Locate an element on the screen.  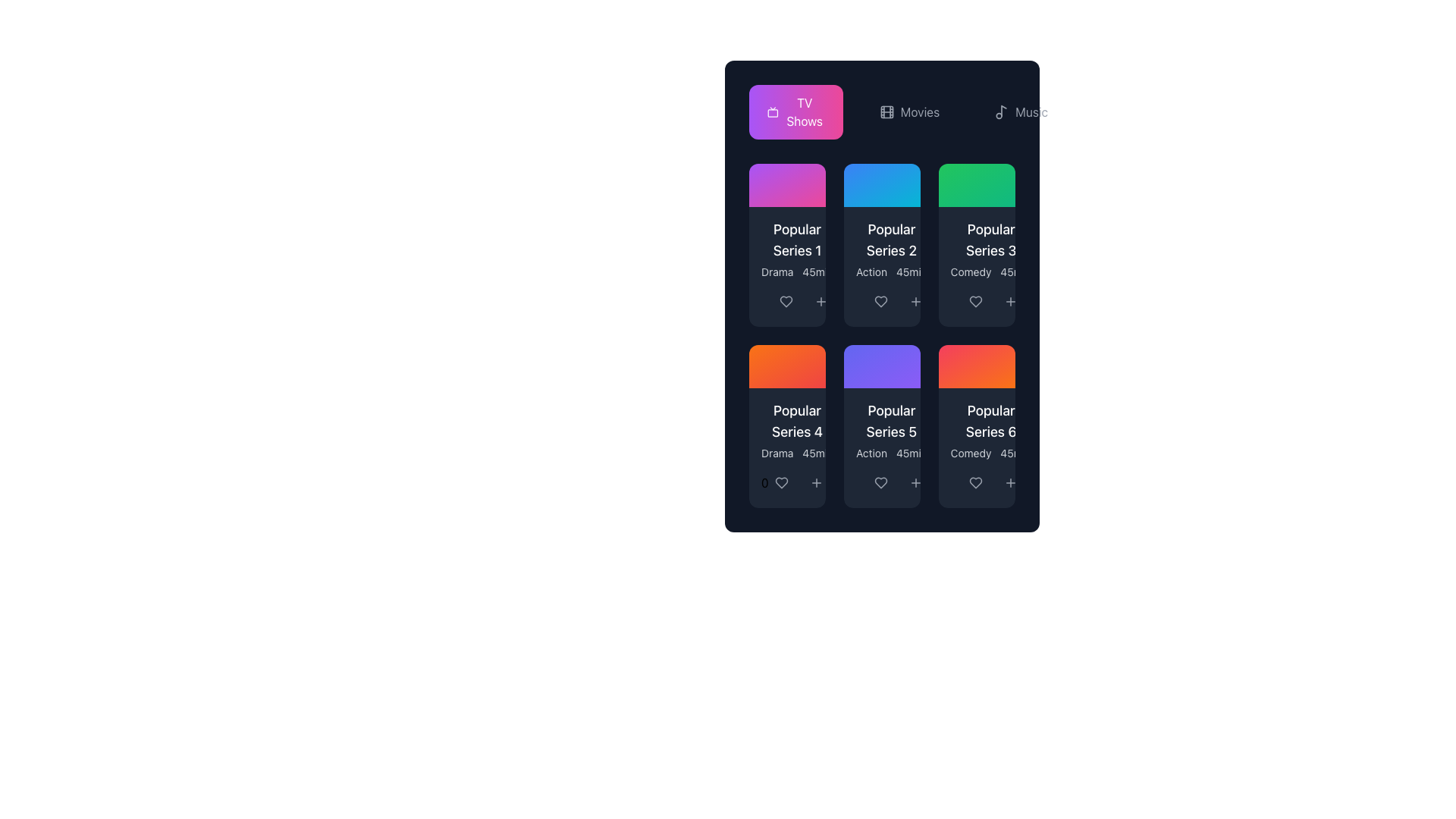
the second card from the left in the top row of cards, which represents an entry for a series with its title, genre, and duration is located at coordinates (882, 248).